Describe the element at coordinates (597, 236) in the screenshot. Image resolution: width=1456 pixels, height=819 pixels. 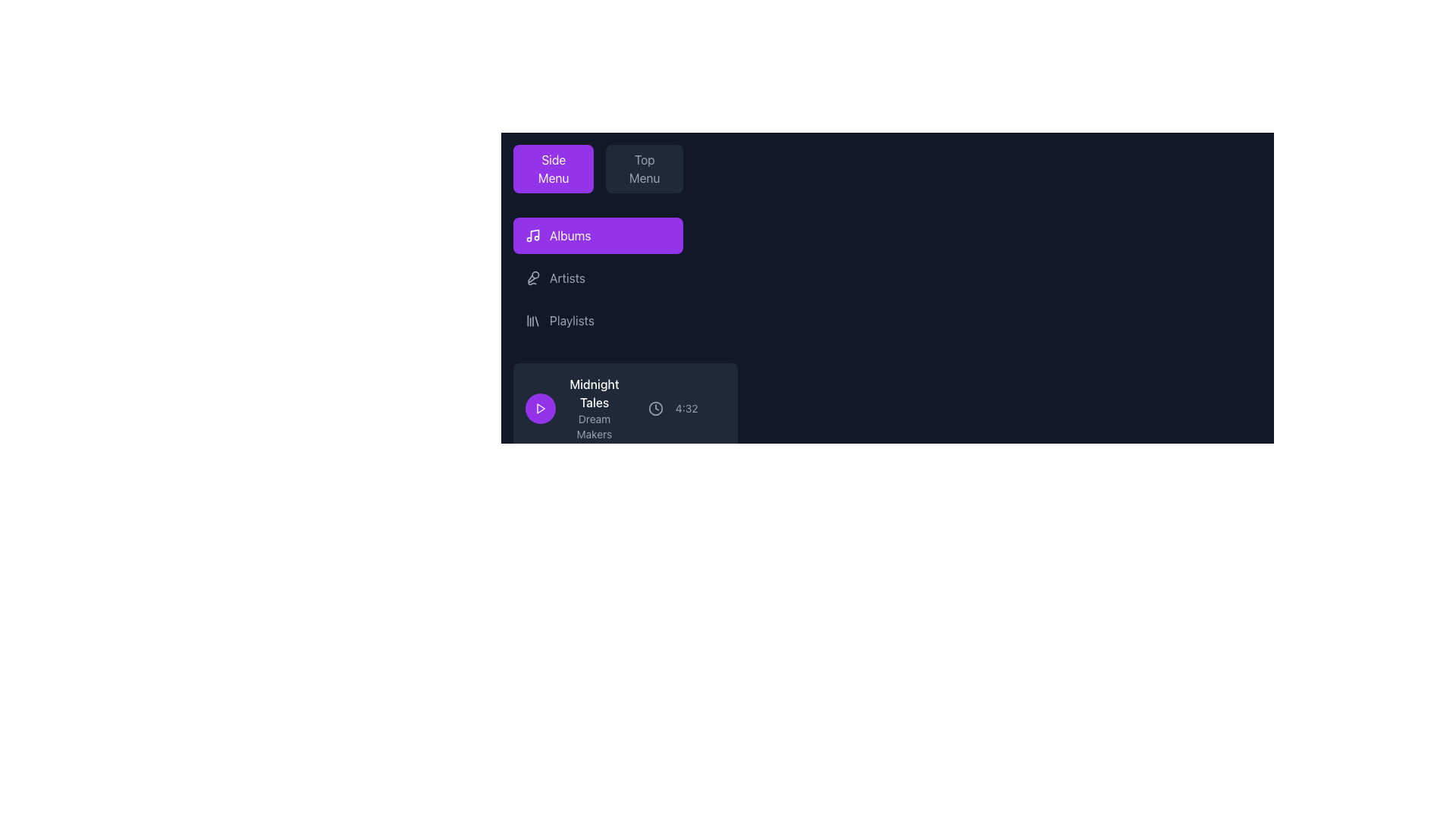
I see `the navigation button for 'Albums'` at that location.